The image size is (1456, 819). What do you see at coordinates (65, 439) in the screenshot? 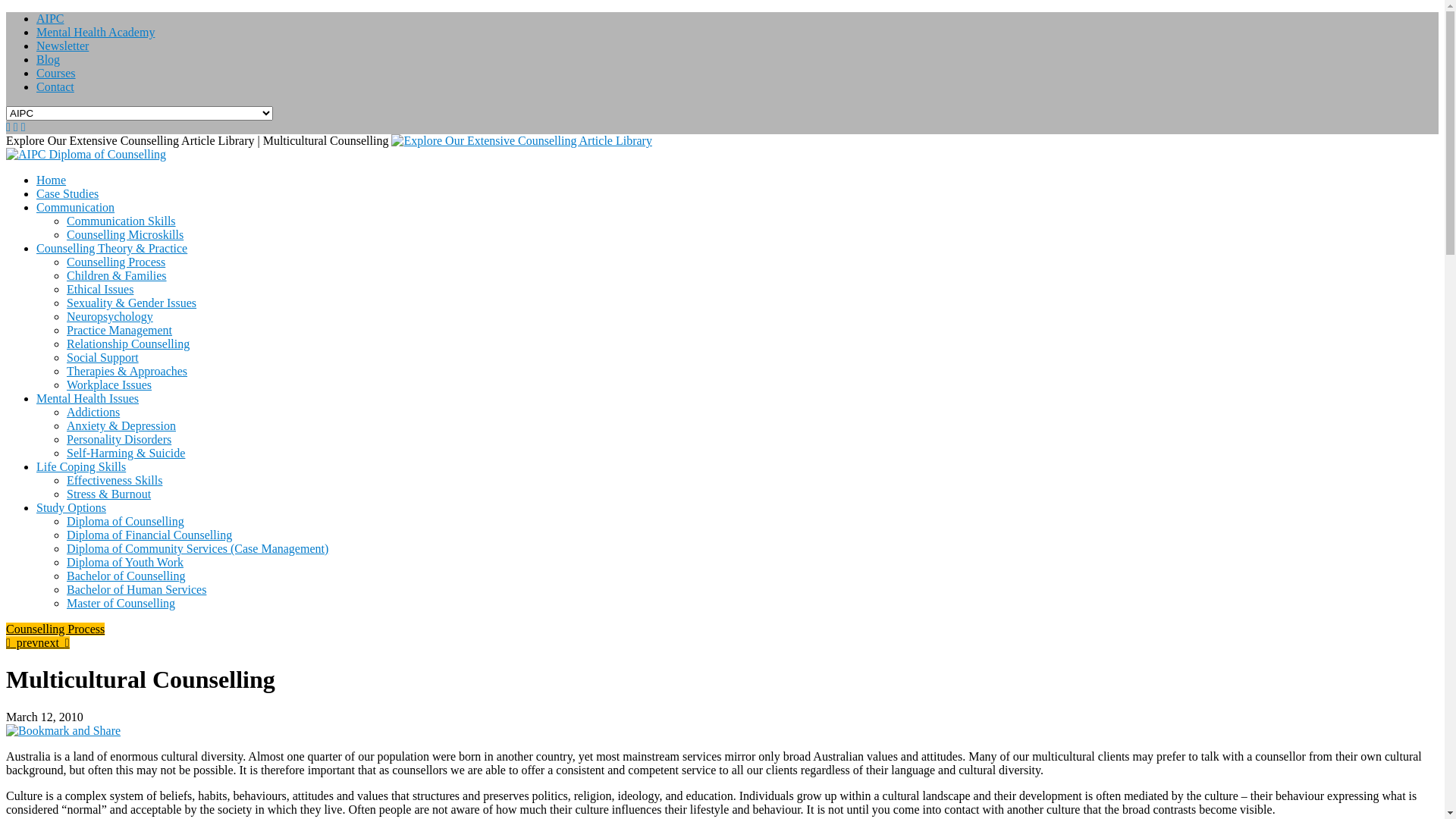
I see `'Personality Disorders'` at bounding box center [65, 439].